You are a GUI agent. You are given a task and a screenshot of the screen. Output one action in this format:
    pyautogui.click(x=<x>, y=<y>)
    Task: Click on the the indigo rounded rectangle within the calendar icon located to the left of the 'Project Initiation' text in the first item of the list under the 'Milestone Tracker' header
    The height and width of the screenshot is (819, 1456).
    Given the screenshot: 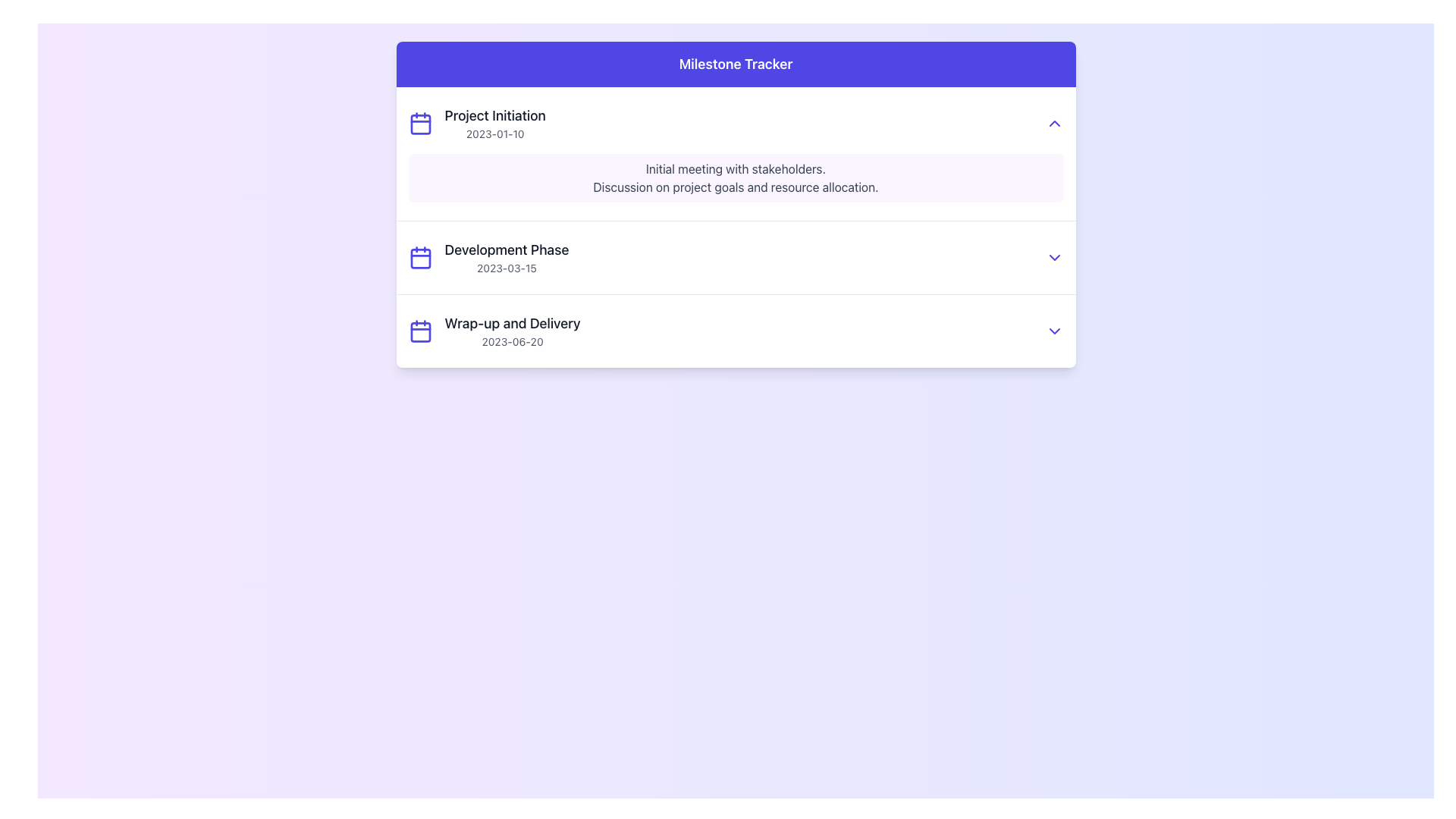 What is the action you would take?
    pyautogui.click(x=420, y=124)
    